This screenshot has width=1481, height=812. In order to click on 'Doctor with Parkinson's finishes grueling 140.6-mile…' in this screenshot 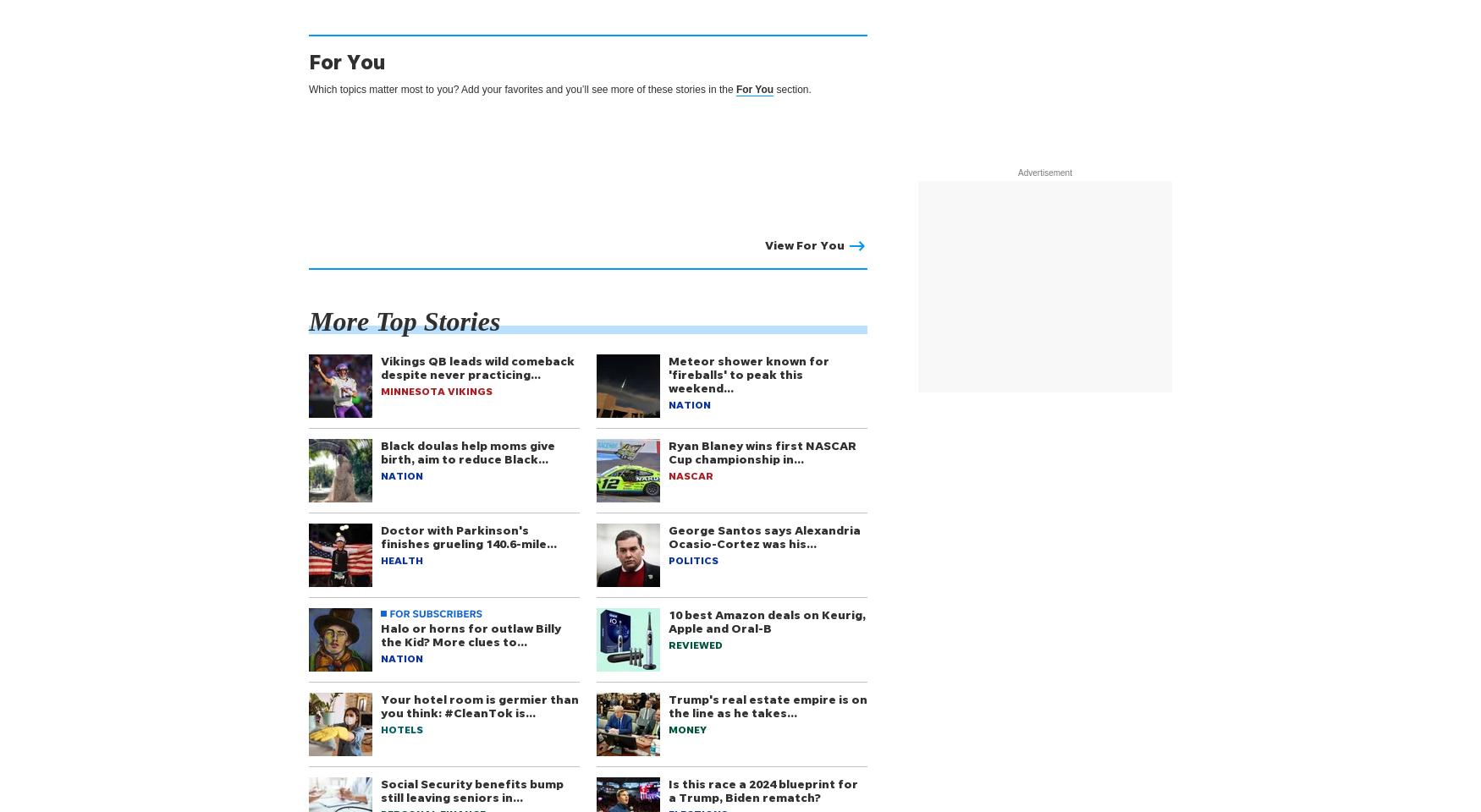, I will do `click(468, 535)`.